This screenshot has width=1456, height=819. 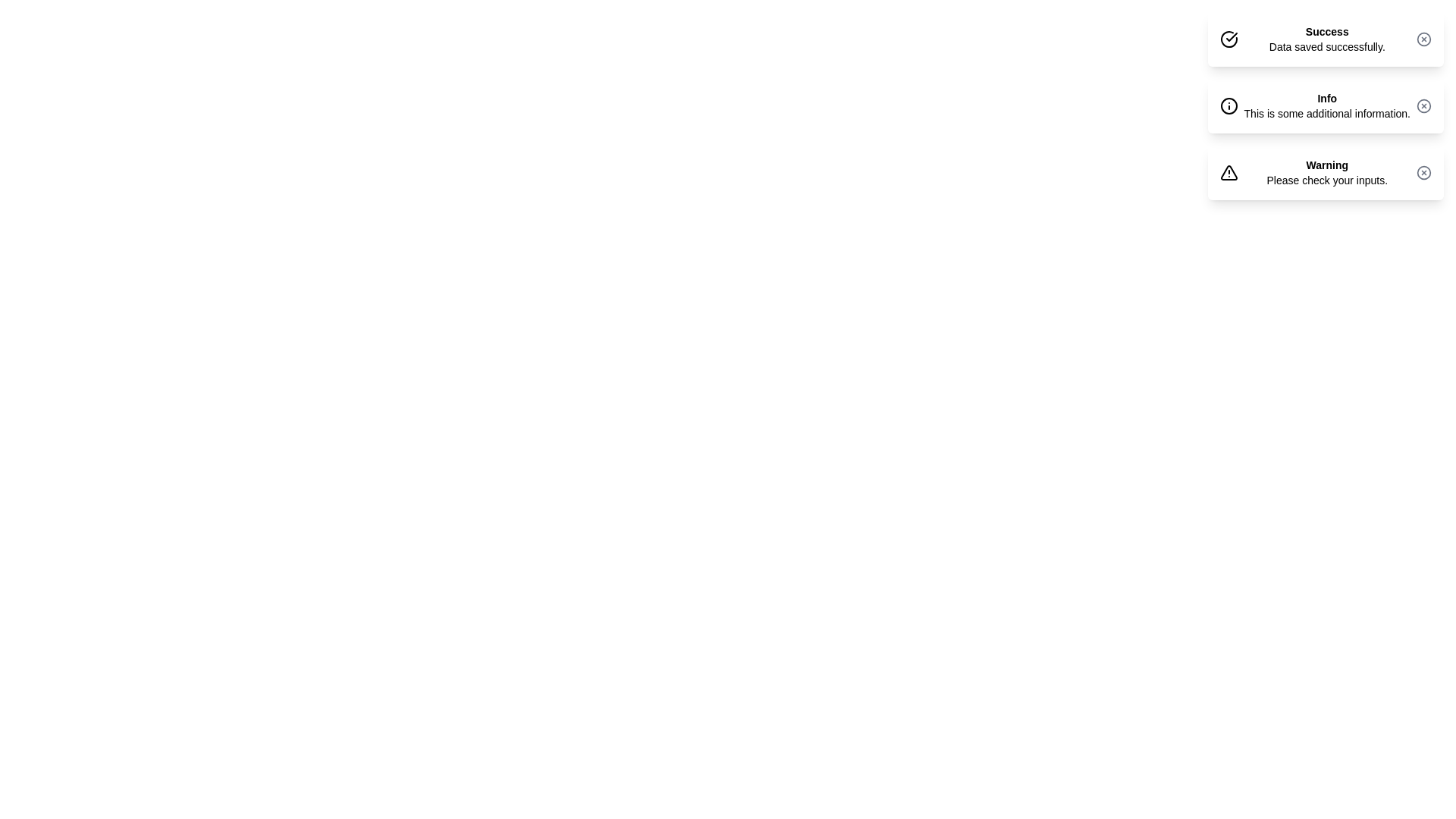 What do you see at coordinates (1423, 105) in the screenshot?
I see `the close button located at the top-right corner of the 'Info' notification card` at bounding box center [1423, 105].